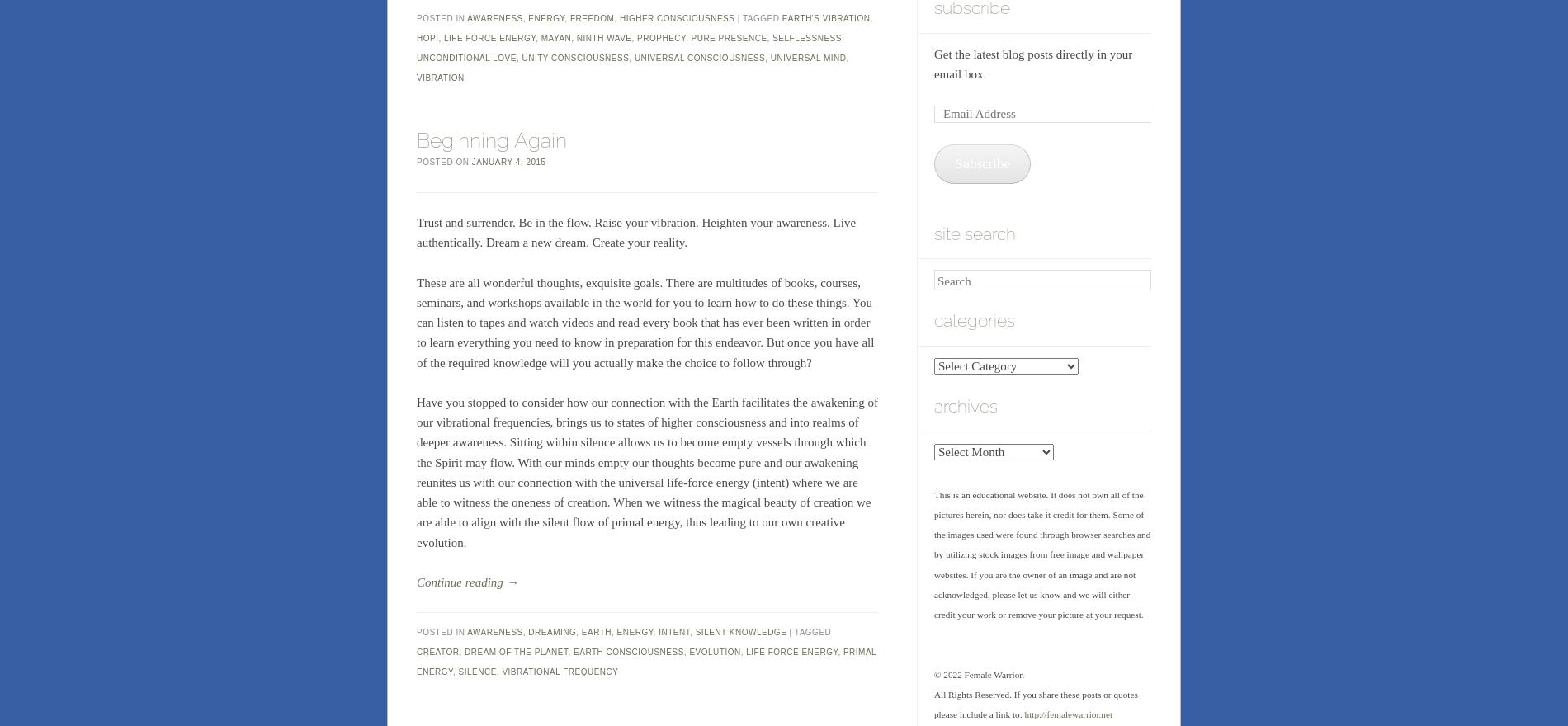  I want to click on 'Subscribe', so click(980, 163).